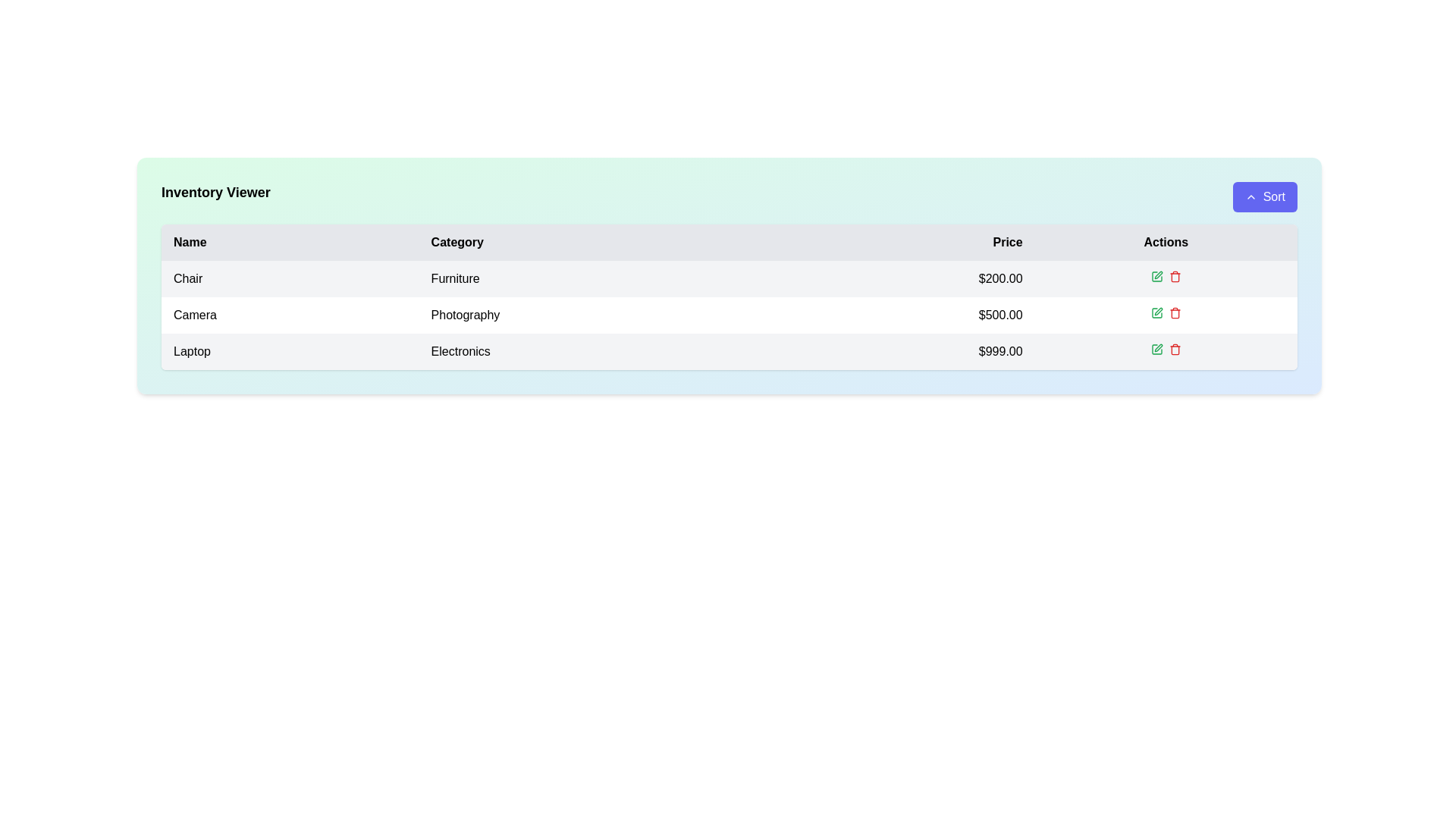 This screenshot has height=819, width=1456. I want to click on the pen icon button located in the 'Actions' column of the second row (Camera) in the data table to initiate an edit action, so click(1157, 311).